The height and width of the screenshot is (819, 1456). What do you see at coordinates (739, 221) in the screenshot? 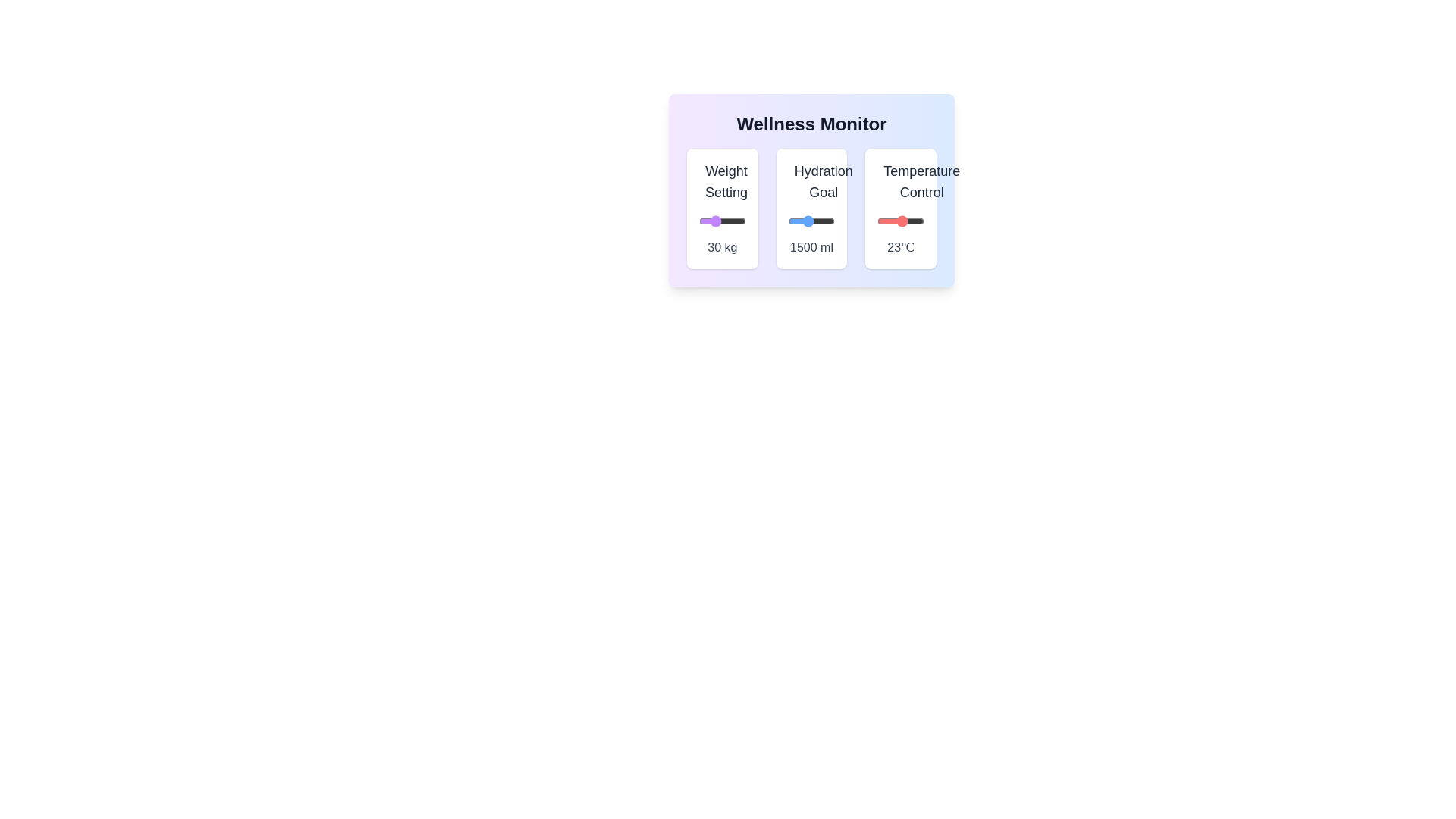
I see `weight` at bounding box center [739, 221].